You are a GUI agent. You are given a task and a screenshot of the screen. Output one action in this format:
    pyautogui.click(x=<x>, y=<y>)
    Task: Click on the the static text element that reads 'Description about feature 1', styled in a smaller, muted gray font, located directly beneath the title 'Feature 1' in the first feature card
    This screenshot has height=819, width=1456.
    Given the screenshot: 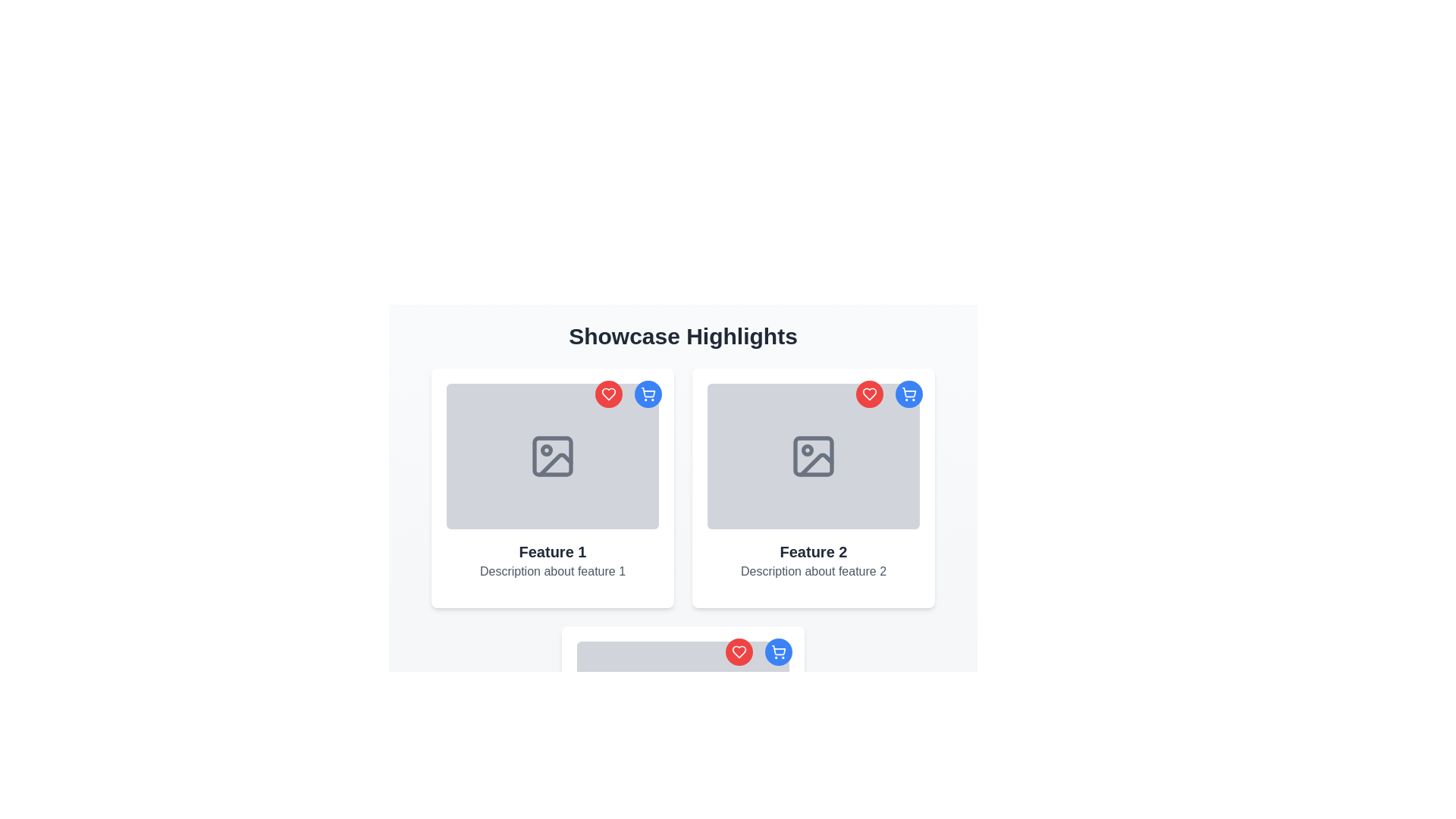 What is the action you would take?
    pyautogui.click(x=552, y=571)
    